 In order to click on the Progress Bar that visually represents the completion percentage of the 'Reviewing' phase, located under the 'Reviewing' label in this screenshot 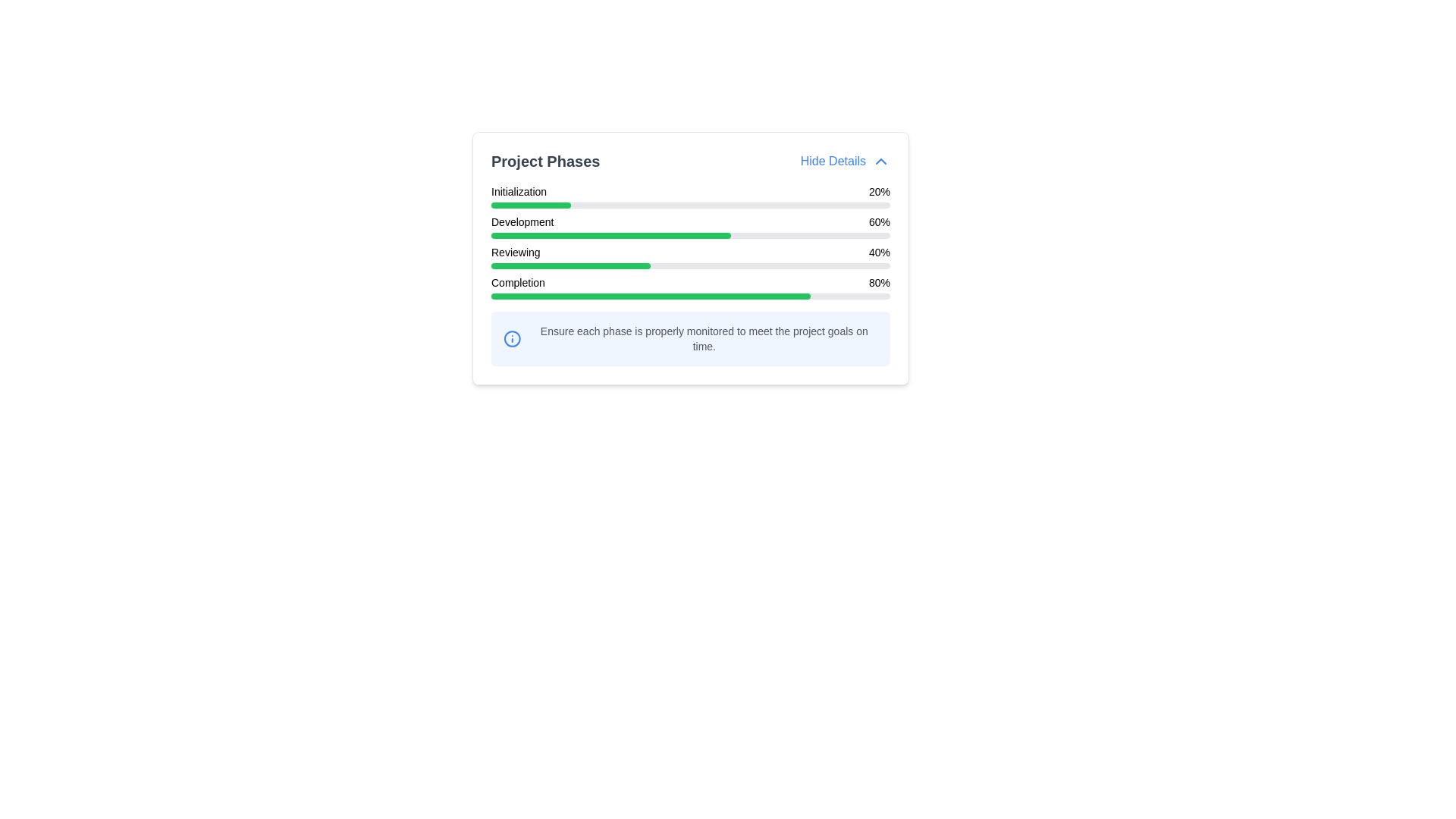, I will do `click(570, 265)`.